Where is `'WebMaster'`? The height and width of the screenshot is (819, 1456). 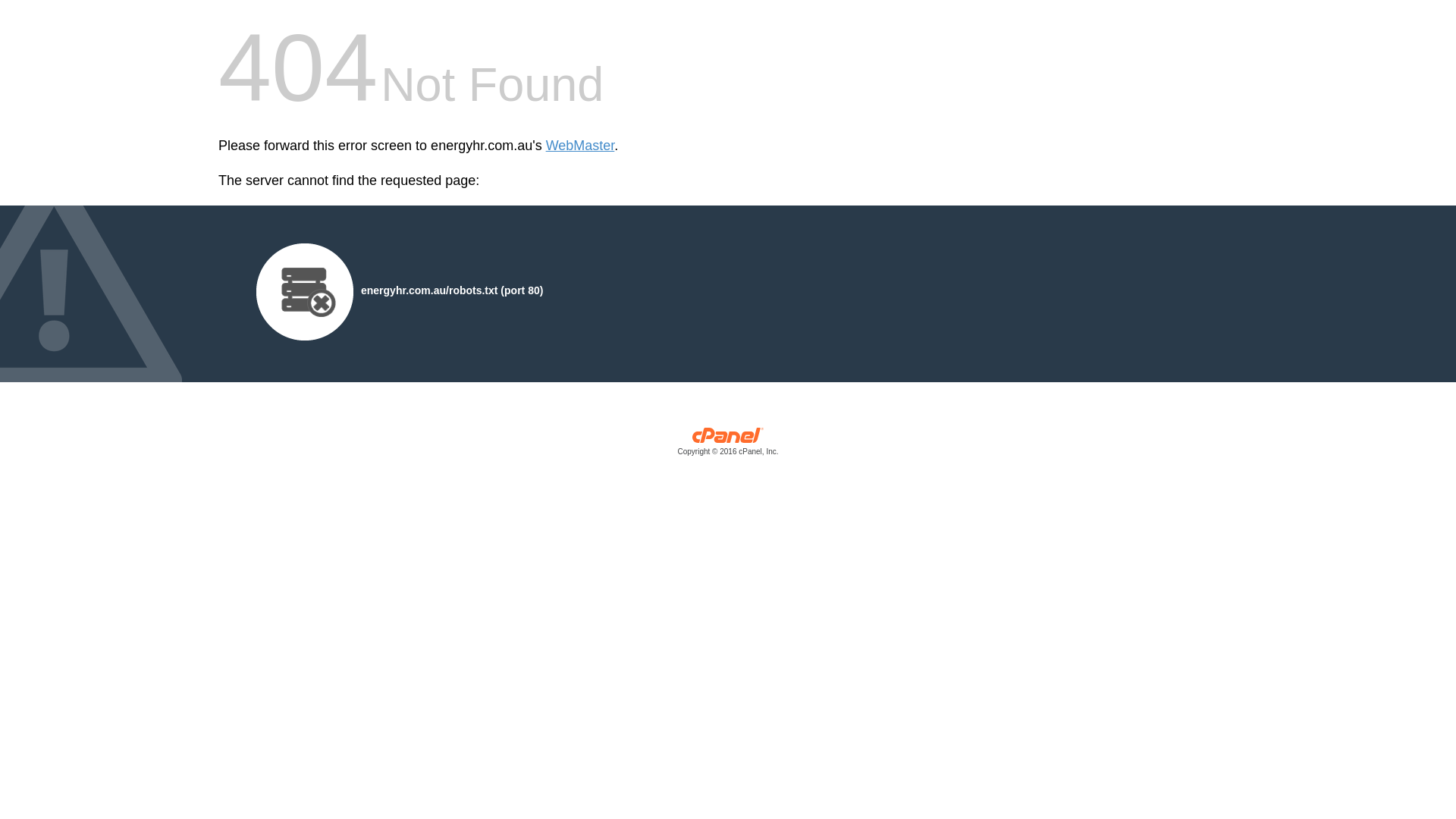 'WebMaster' is located at coordinates (579, 146).